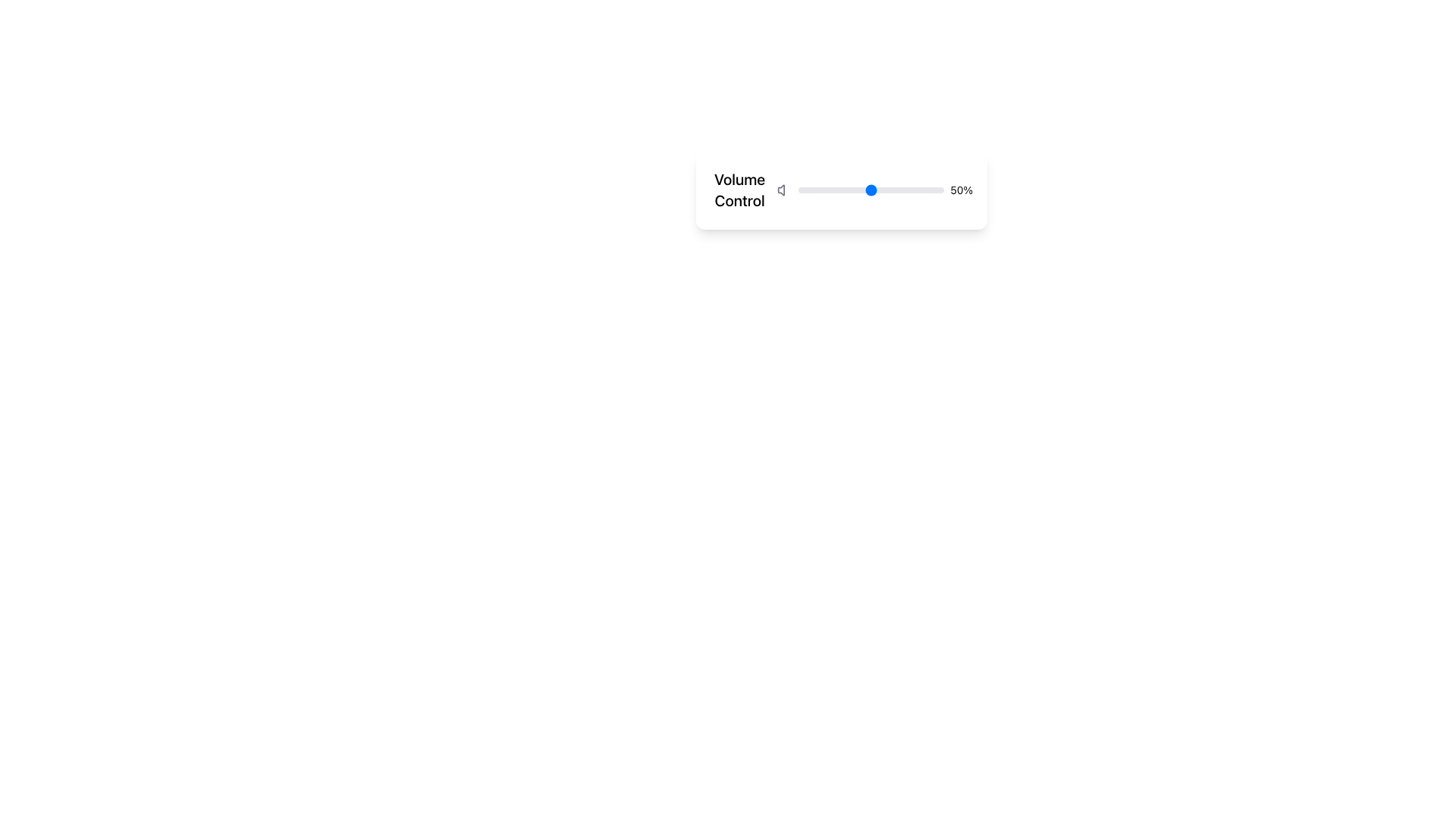 The width and height of the screenshot is (1456, 819). What do you see at coordinates (814, 189) in the screenshot?
I see `the slider` at bounding box center [814, 189].